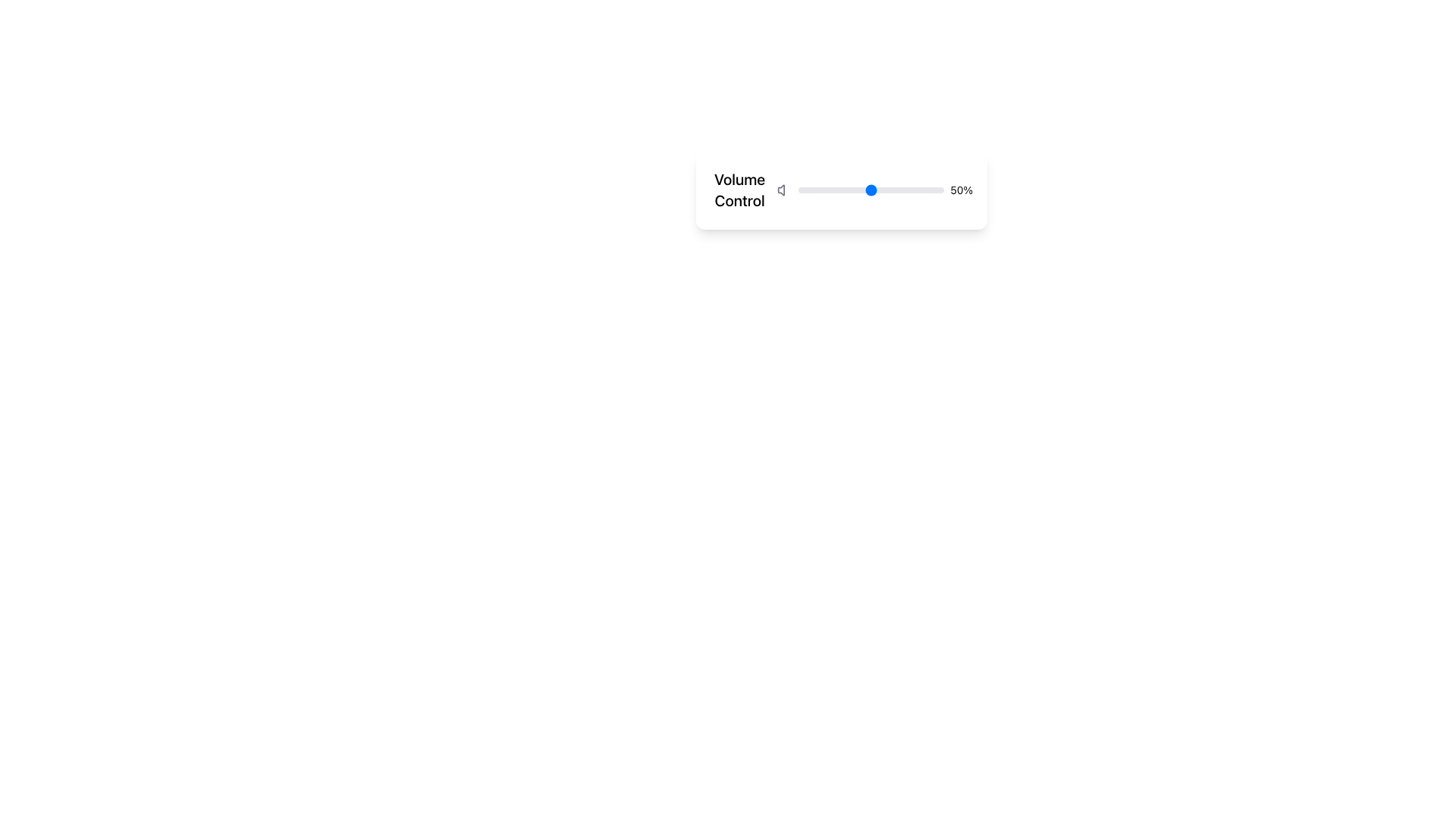 The width and height of the screenshot is (1456, 819). What do you see at coordinates (814, 189) in the screenshot?
I see `the slider` at bounding box center [814, 189].